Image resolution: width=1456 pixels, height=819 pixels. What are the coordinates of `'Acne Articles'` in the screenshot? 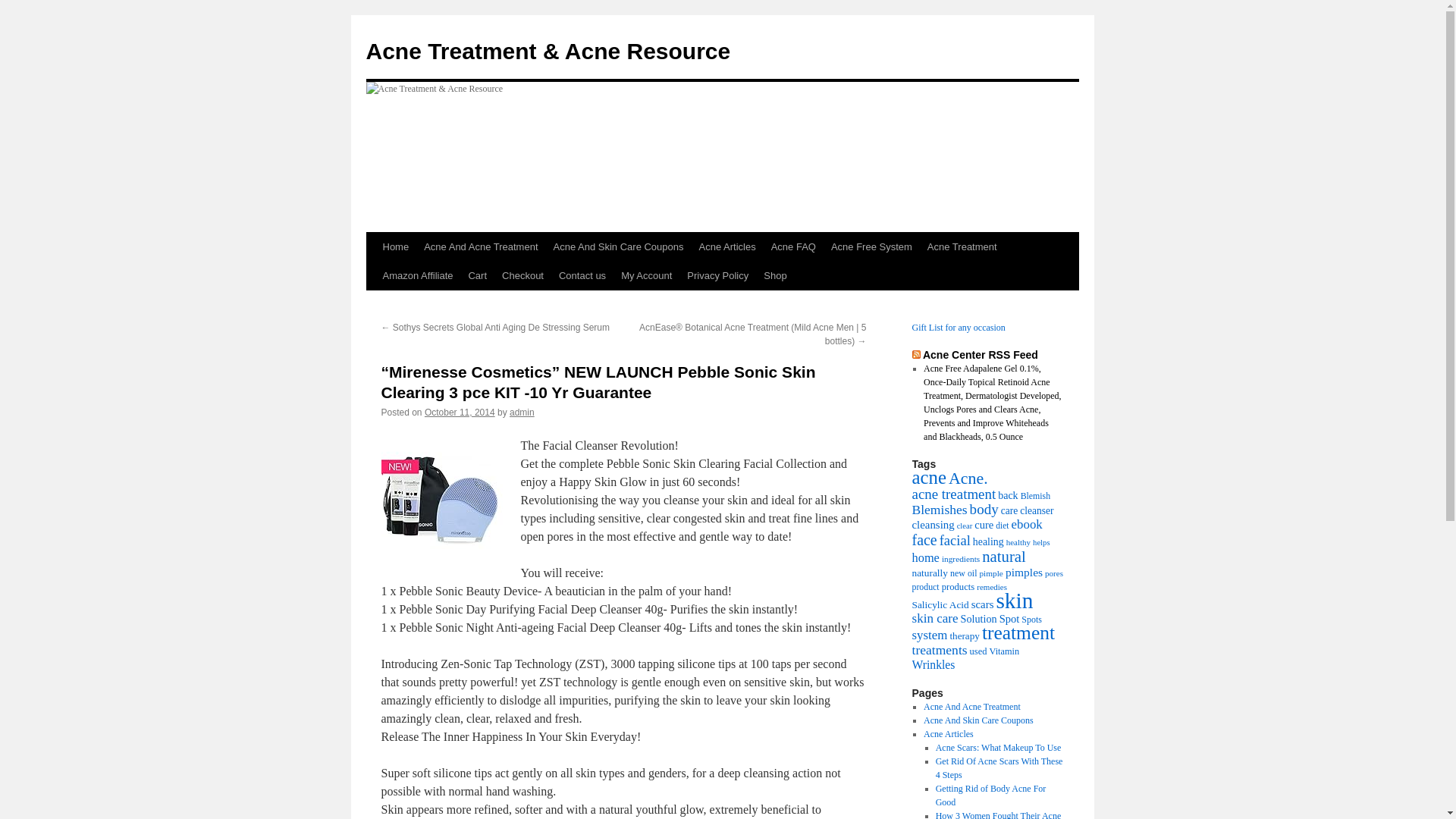 It's located at (726, 246).